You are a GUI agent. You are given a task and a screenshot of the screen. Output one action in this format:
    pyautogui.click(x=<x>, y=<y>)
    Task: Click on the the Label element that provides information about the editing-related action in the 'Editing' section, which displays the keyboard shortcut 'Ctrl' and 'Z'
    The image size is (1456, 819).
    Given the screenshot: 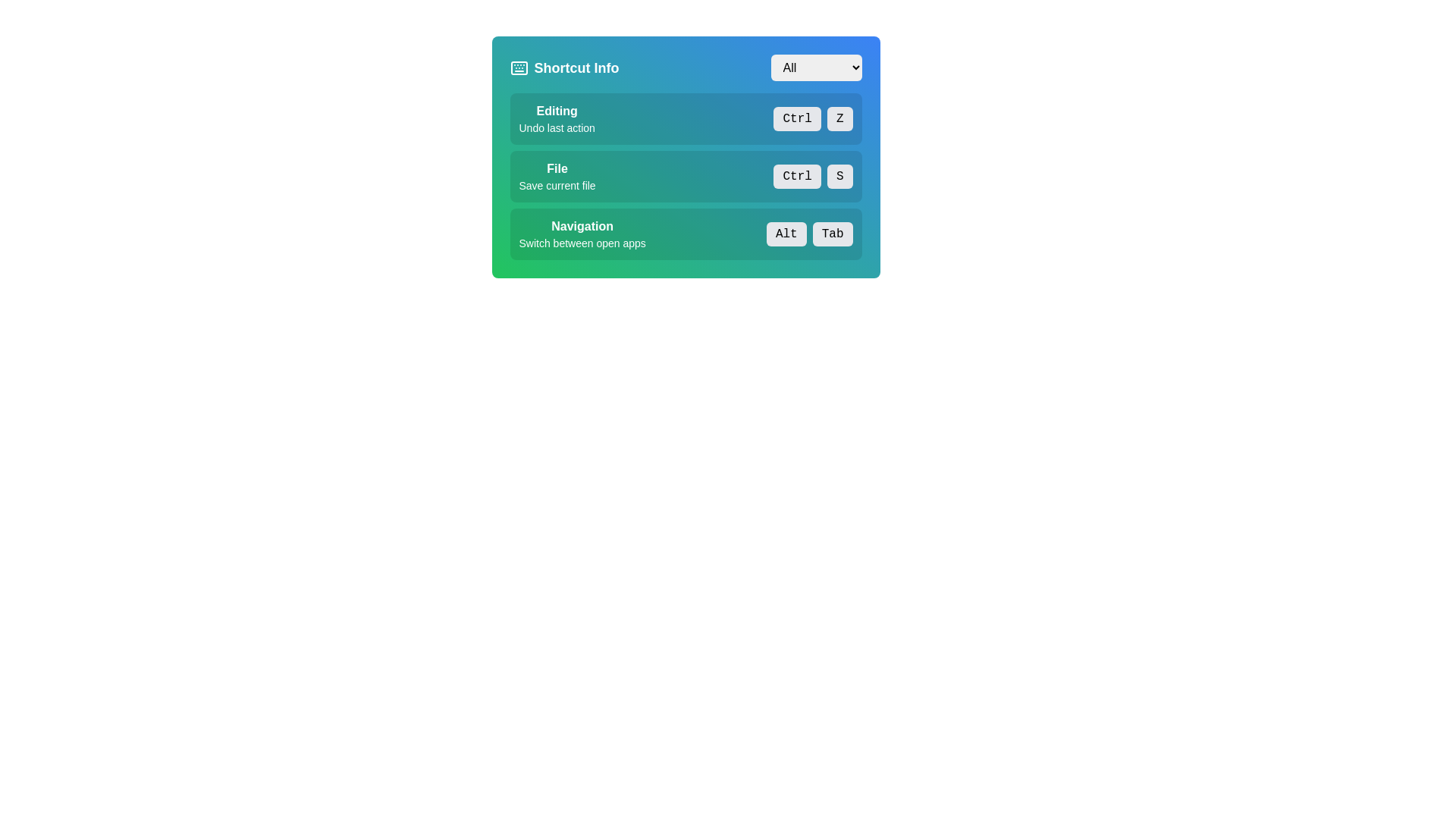 What is the action you would take?
    pyautogui.click(x=556, y=118)
    